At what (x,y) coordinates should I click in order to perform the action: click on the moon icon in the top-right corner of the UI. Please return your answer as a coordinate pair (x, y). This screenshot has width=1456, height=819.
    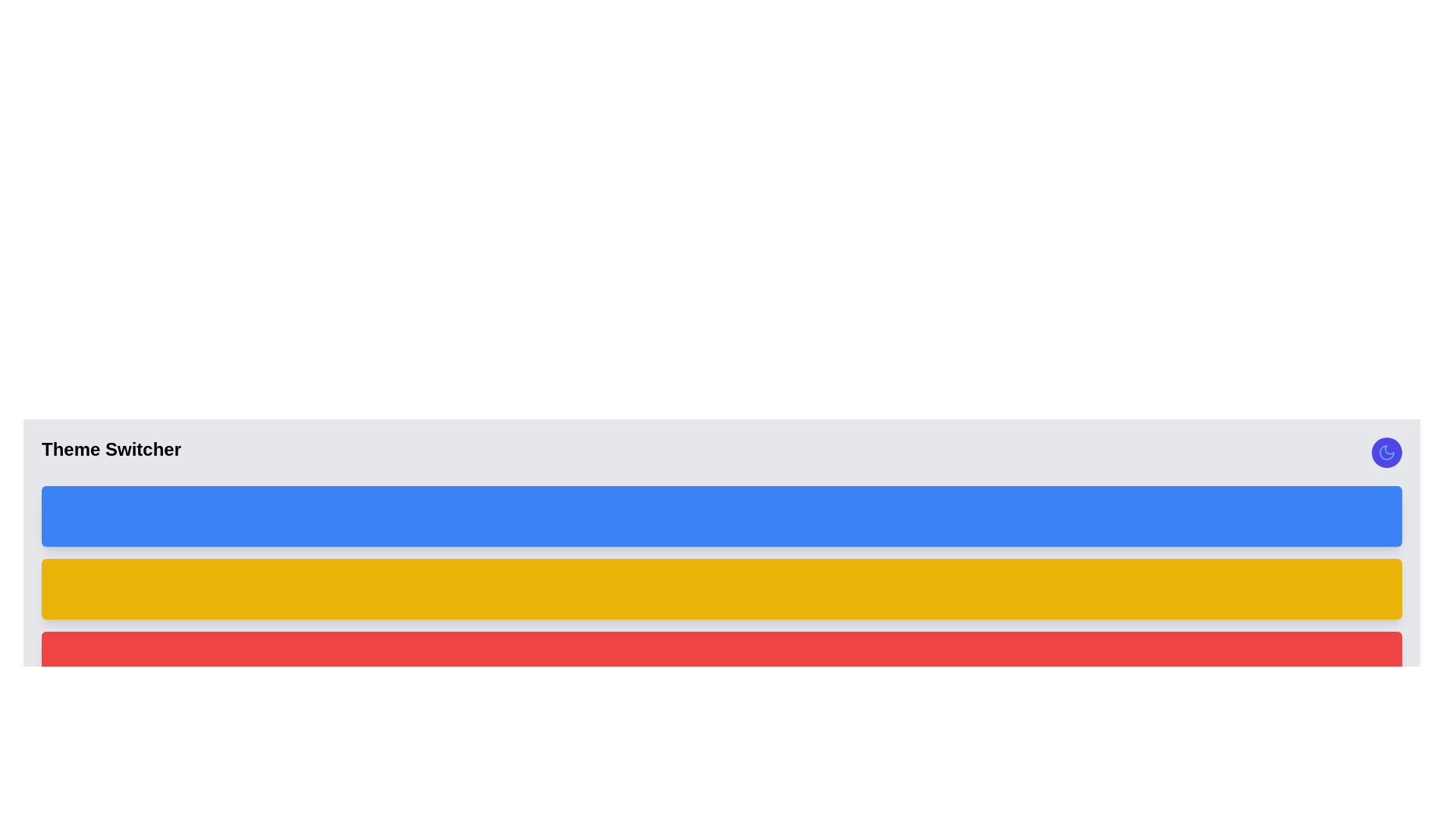
    Looking at the image, I should click on (1386, 452).